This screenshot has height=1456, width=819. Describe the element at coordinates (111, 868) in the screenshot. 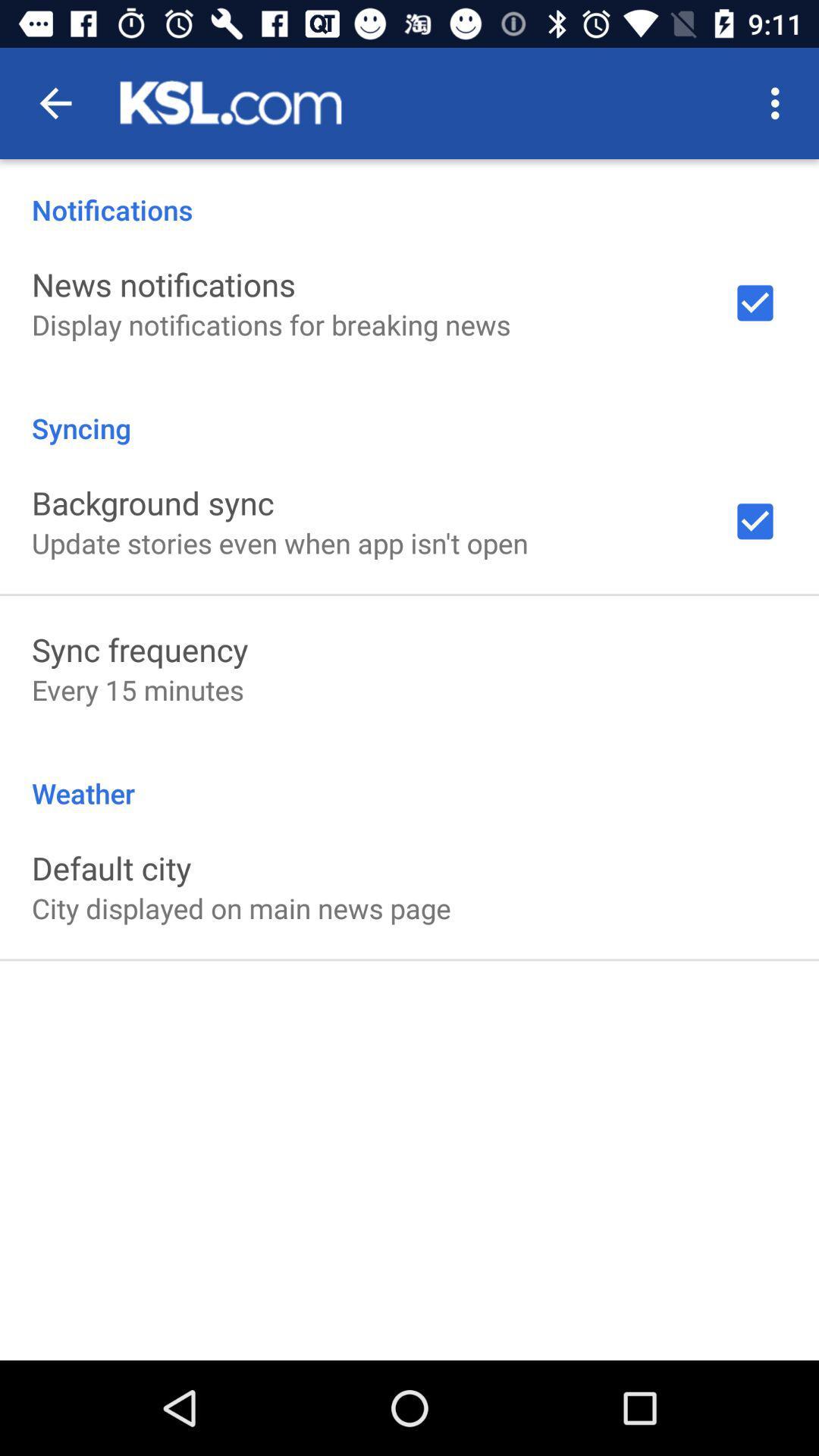

I see `the app below the weather item` at that location.